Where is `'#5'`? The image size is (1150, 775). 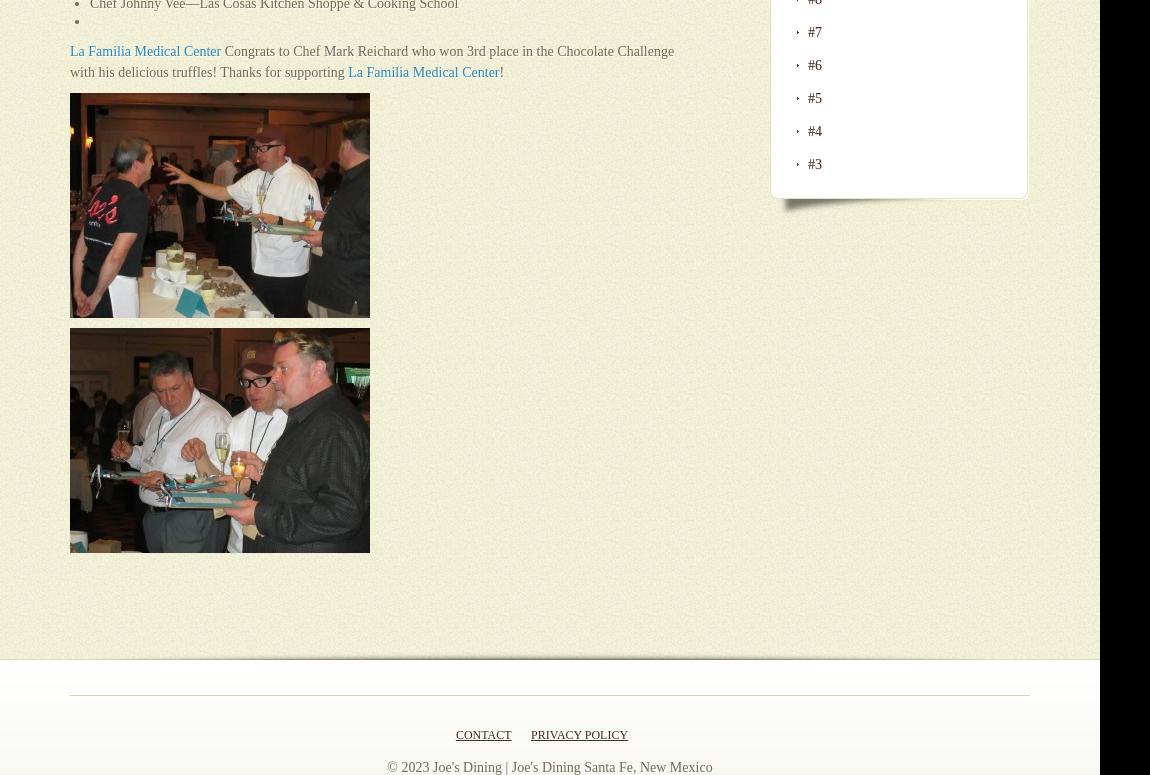
'#5' is located at coordinates (814, 98).